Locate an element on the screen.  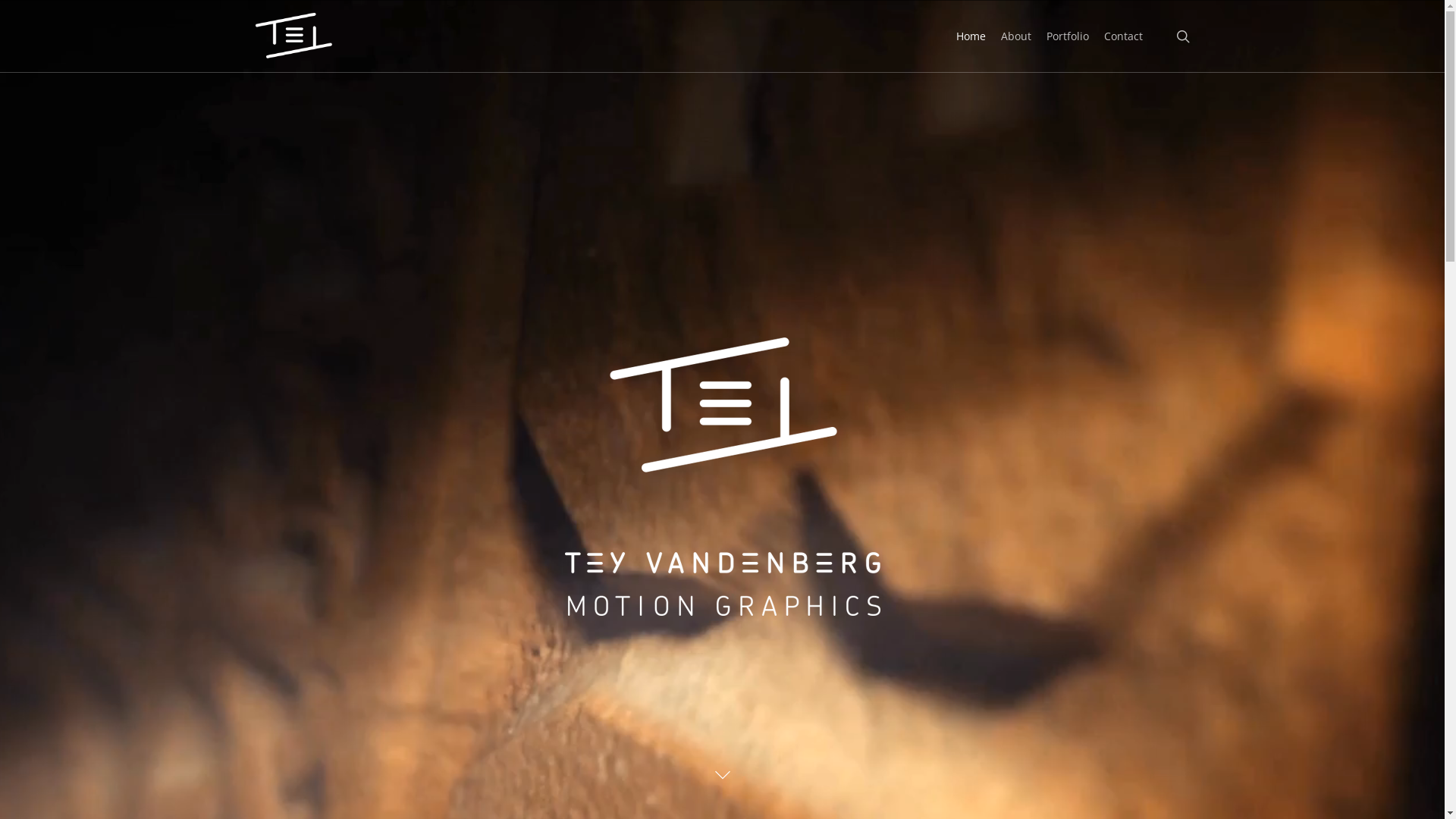
'Portfolio' is located at coordinates (1066, 35).